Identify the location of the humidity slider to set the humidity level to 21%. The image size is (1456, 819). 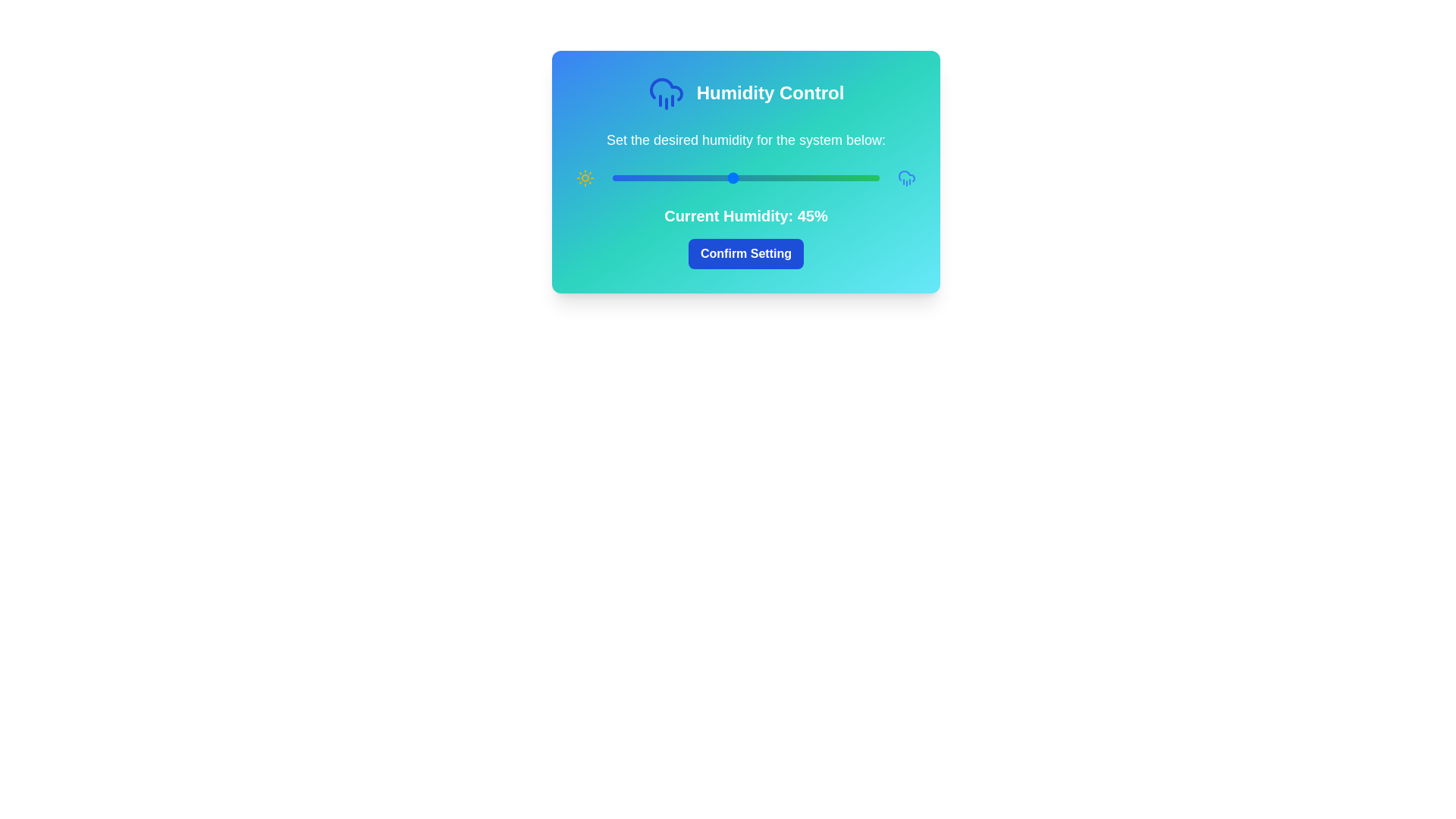
(667, 177).